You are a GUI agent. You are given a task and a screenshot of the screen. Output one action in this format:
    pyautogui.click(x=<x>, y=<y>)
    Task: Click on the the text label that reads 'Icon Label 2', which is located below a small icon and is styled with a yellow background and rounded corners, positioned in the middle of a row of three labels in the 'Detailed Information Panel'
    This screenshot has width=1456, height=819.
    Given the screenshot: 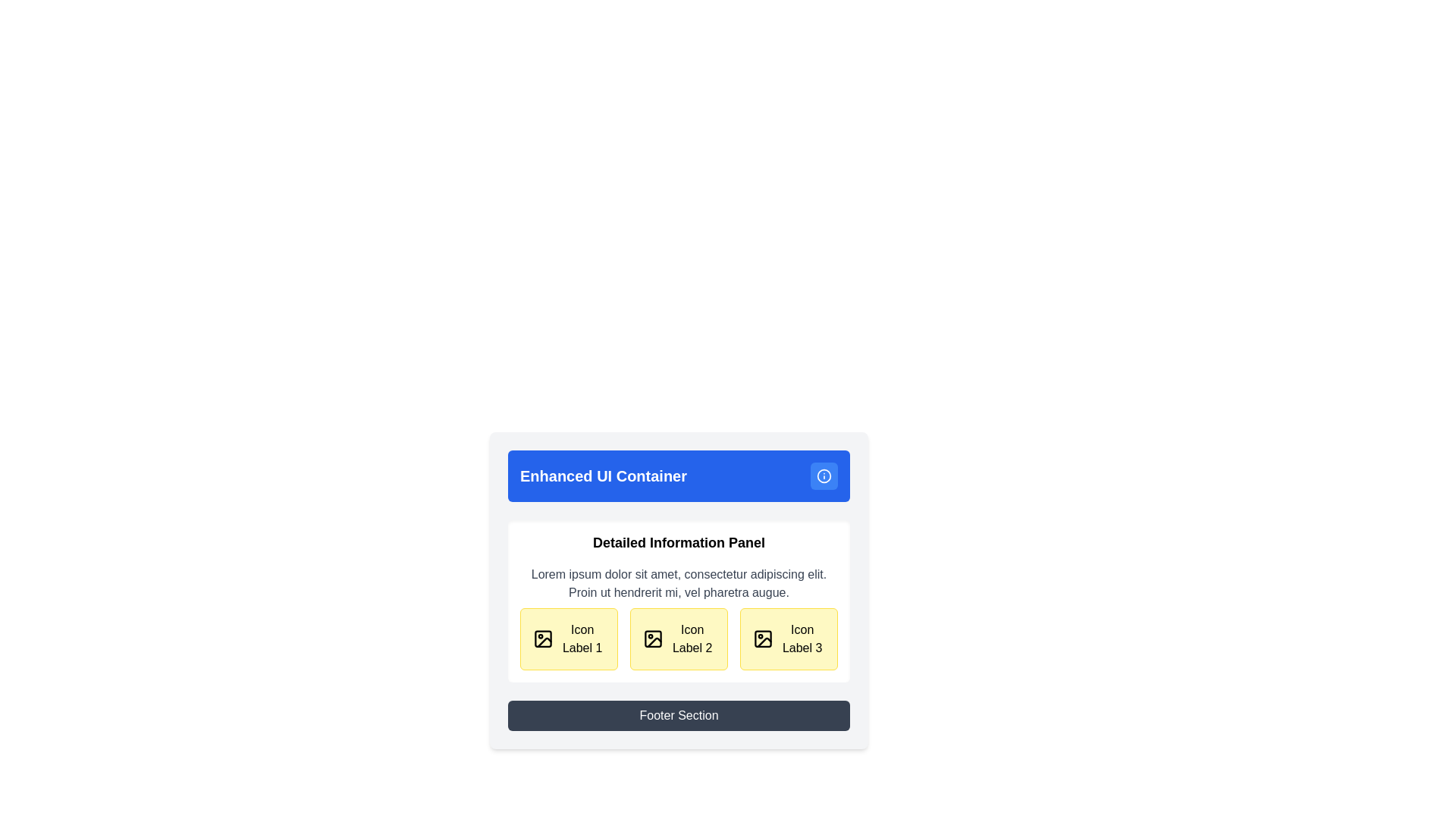 What is the action you would take?
    pyautogui.click(x=692, y=639)
    